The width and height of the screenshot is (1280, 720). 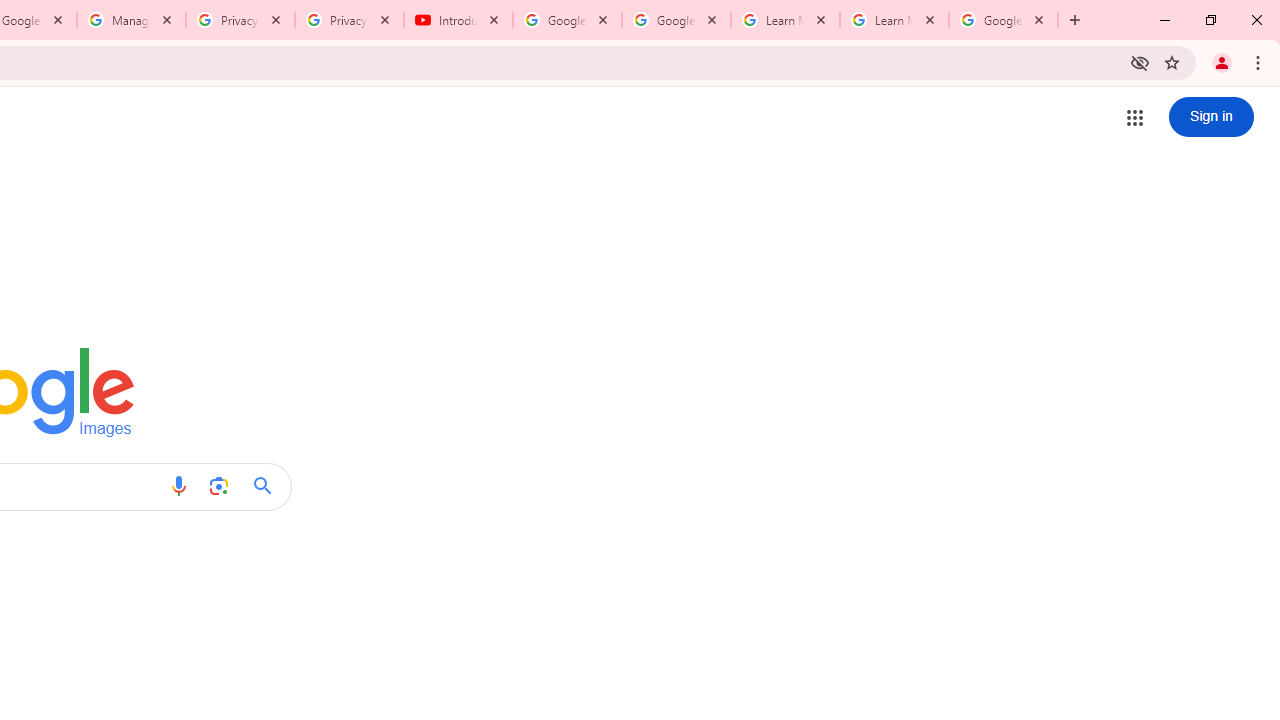 What do you see at coordinates (218, 486) in the screenshot?
I see `'Search by image'` at bounding box center [218, 486].